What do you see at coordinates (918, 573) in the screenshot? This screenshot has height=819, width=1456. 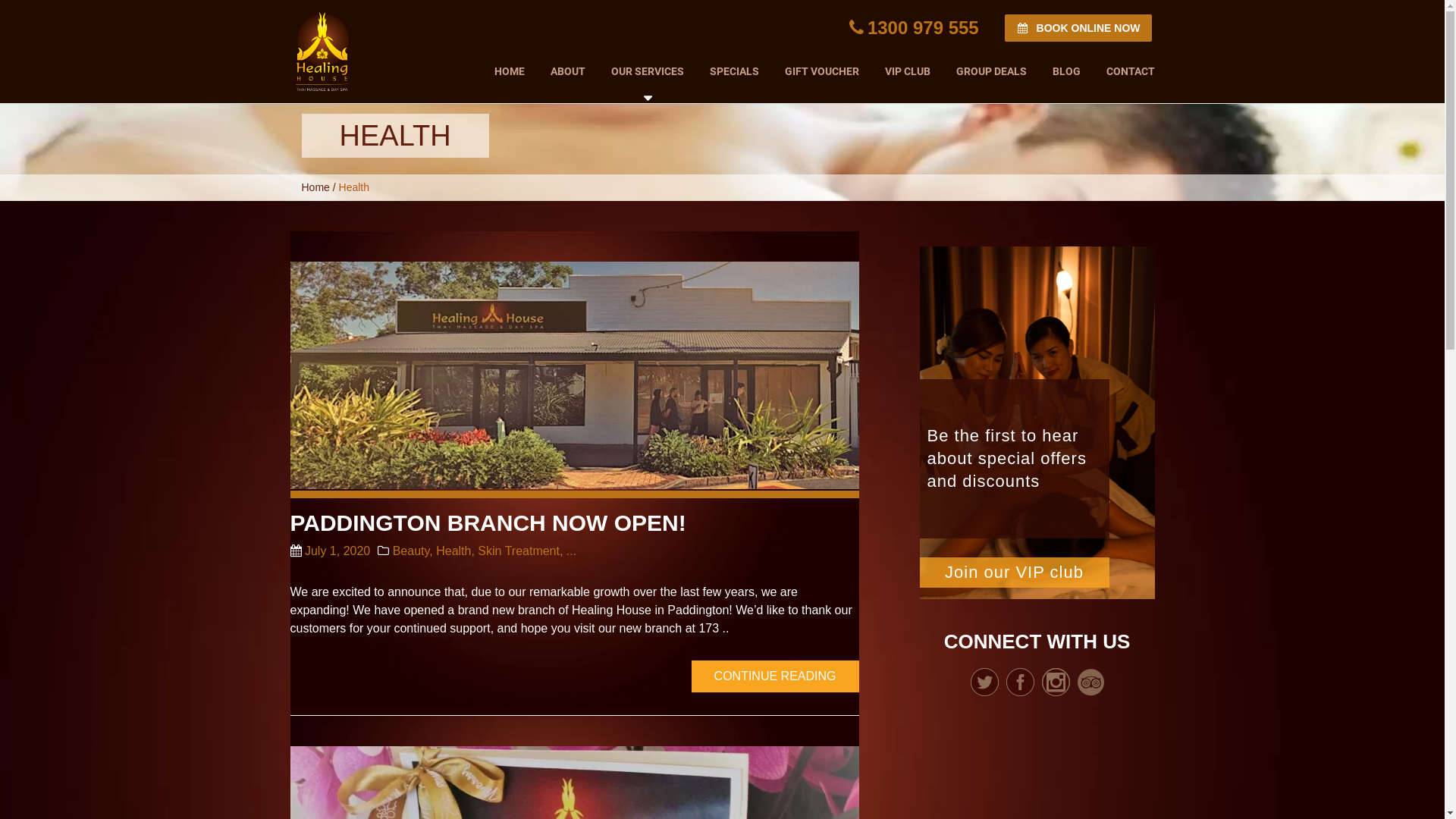 I see `'Join our VIP club'` at bounding box center [918, 573].